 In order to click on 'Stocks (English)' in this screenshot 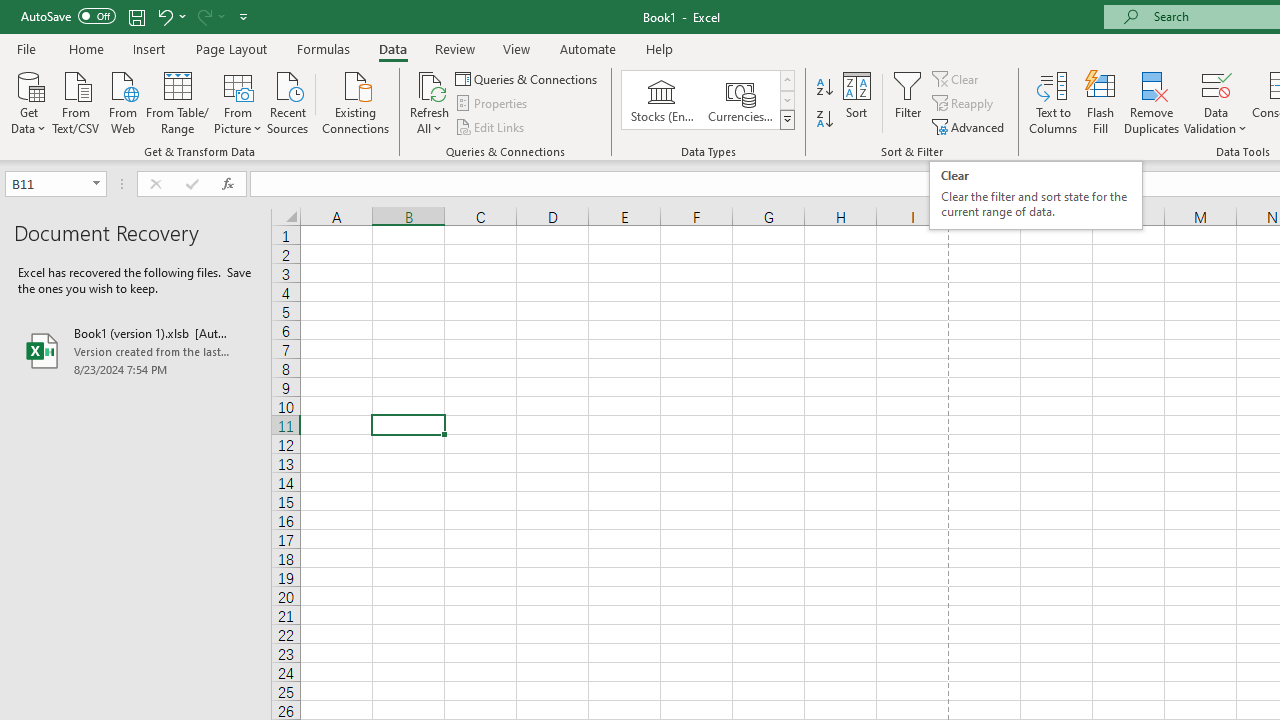, I will do `click(662, 100)`.